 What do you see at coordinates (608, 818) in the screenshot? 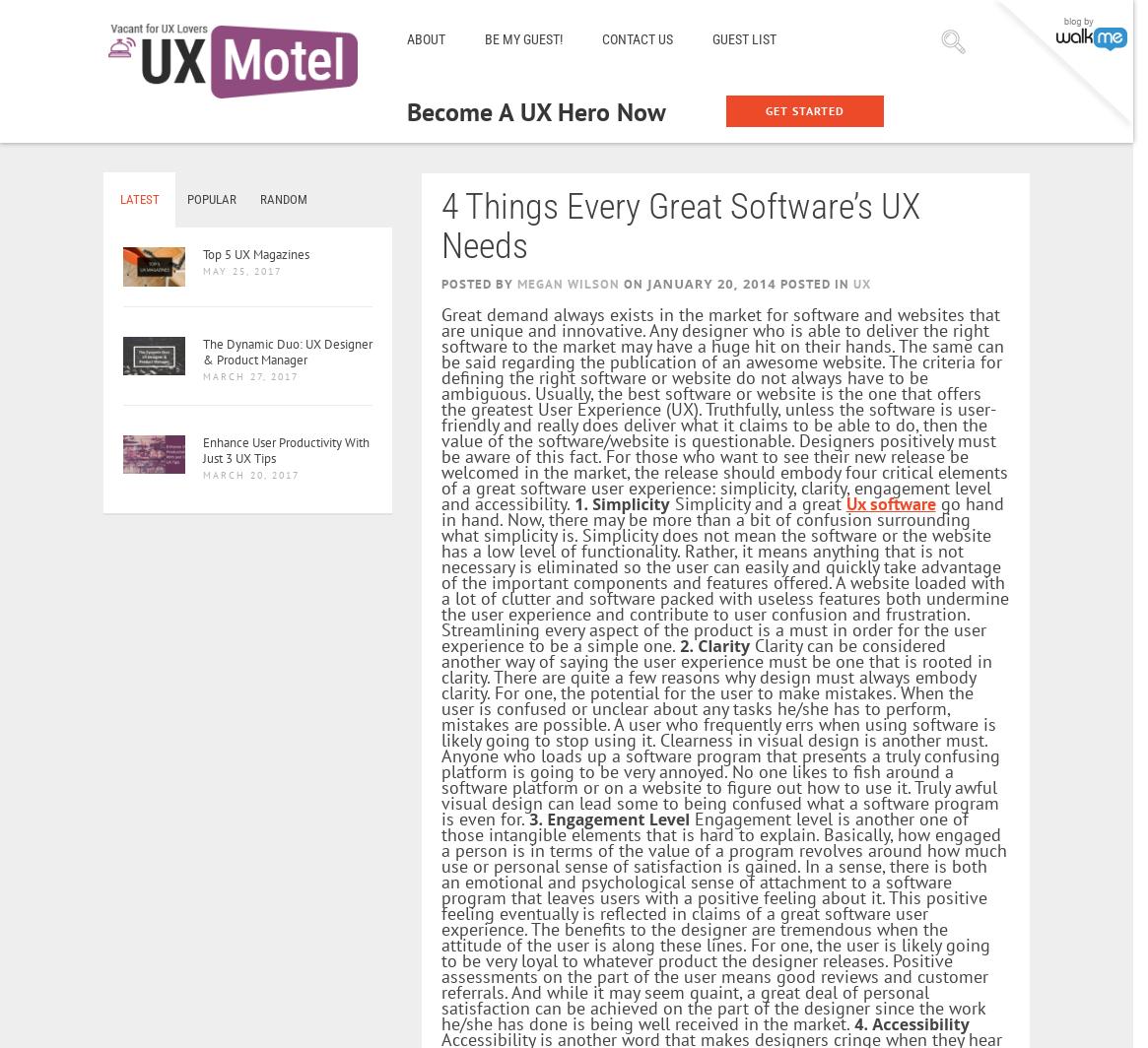
I see `'3. Engagement Level'` at bounding box center [608, 818].